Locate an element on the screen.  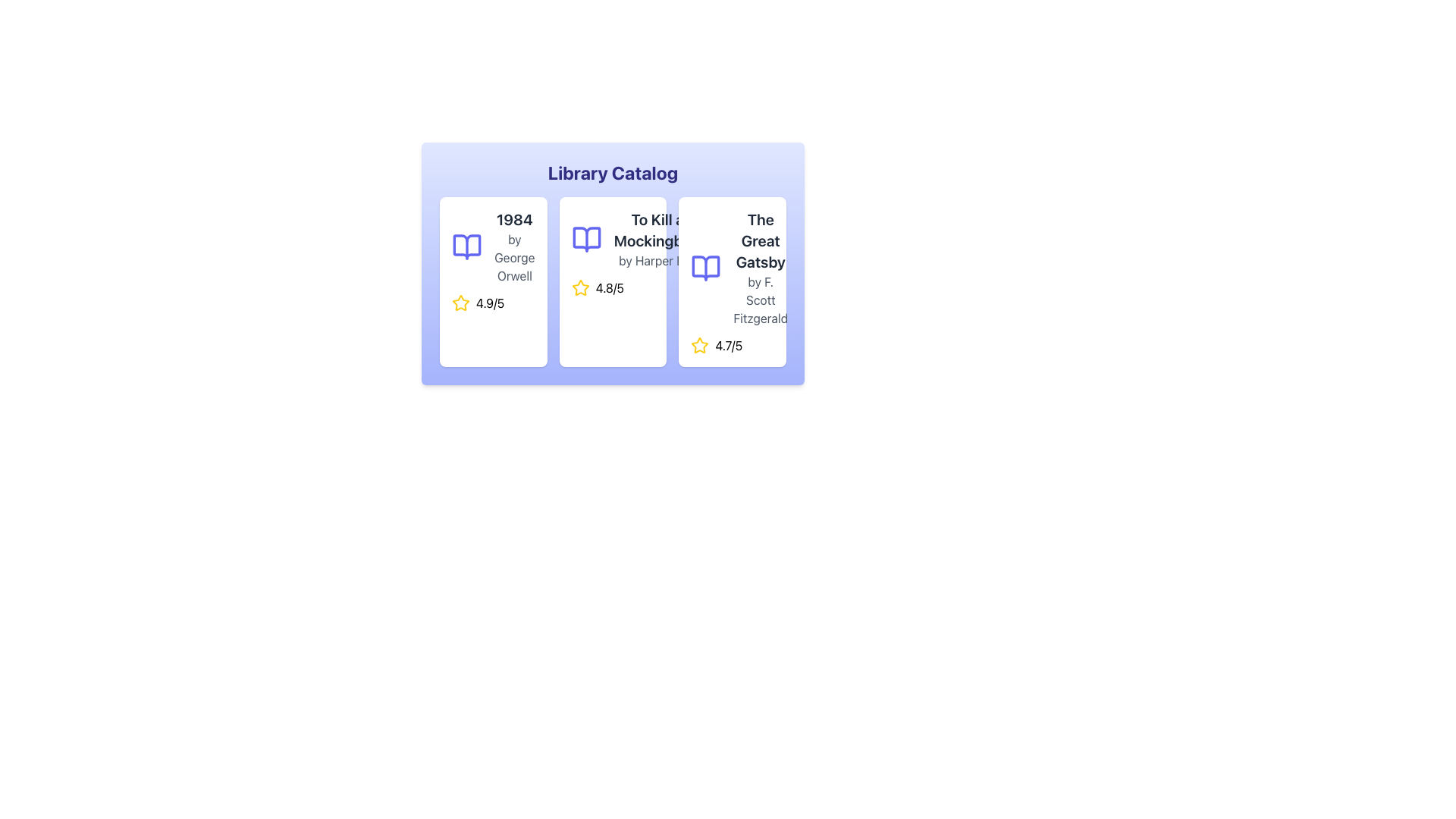
the book icon located in the rightmost card of three horizontal cards, which visually represents 'The Great Gatsby by F. Scott Fitzgerald' is located at coordinates (705, 268).